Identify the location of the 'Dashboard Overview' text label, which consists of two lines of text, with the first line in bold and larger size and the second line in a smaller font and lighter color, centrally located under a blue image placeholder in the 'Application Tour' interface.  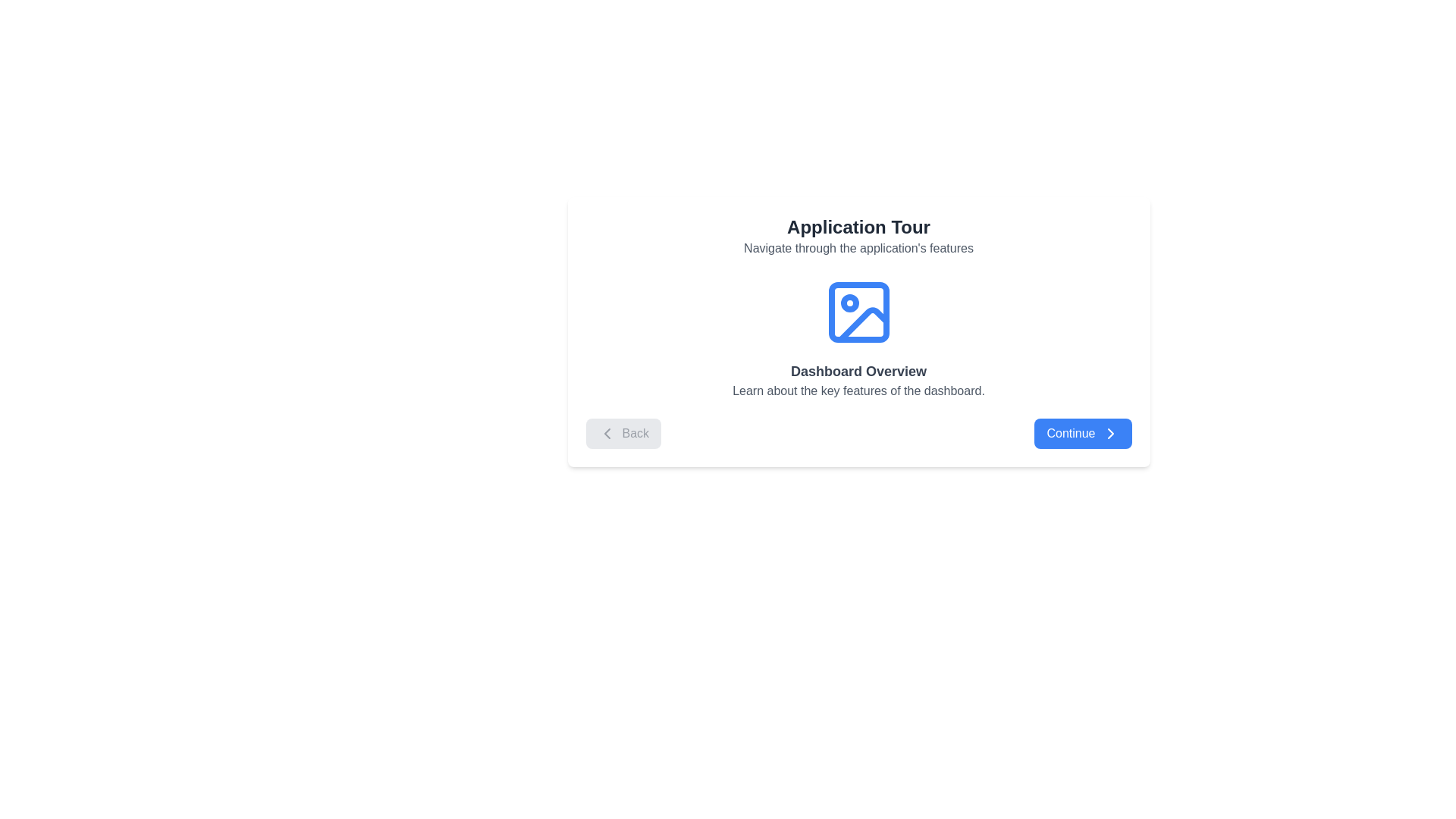
(858, 379).